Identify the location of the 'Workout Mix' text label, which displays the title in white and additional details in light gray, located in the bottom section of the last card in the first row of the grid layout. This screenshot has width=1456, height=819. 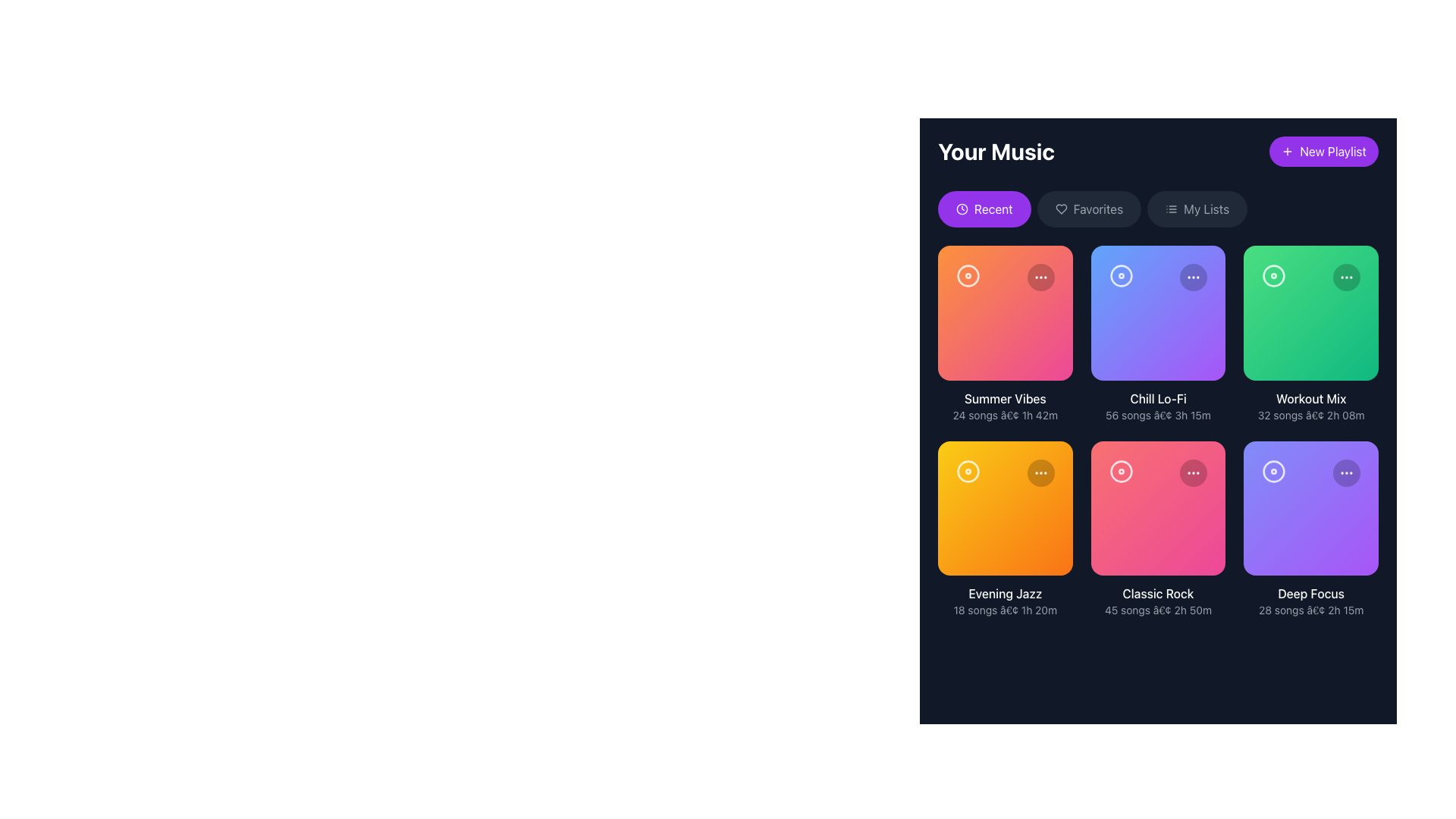
(1310, 405).